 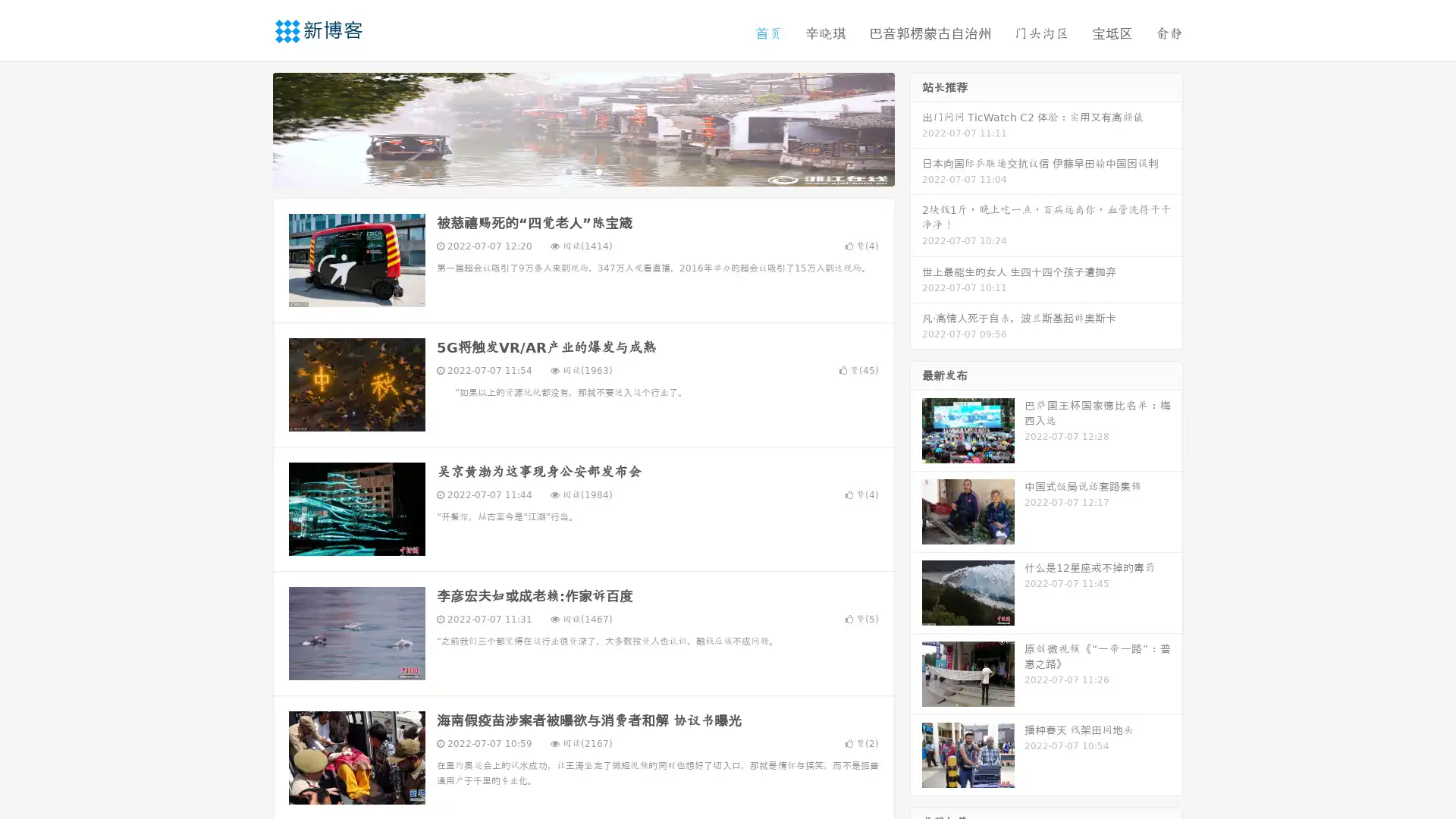 I want to click on Next slide, so click(x=916, y=127).